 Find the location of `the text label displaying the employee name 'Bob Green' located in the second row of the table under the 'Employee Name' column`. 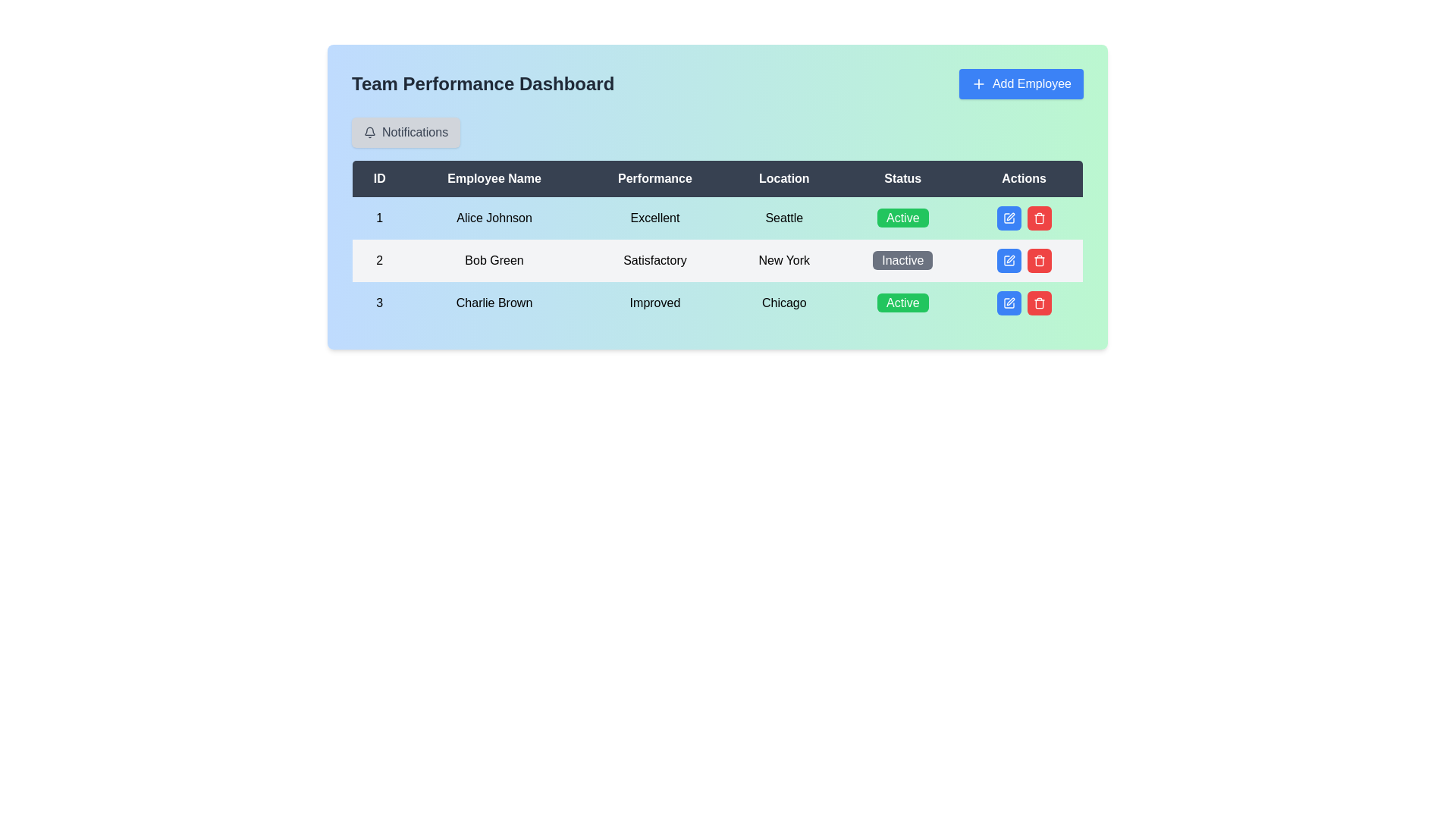

the text label displaying the employee name 'Bob Green' located in the second row of the table under the 'Employee Name' column is located at coordinates (494, 259).